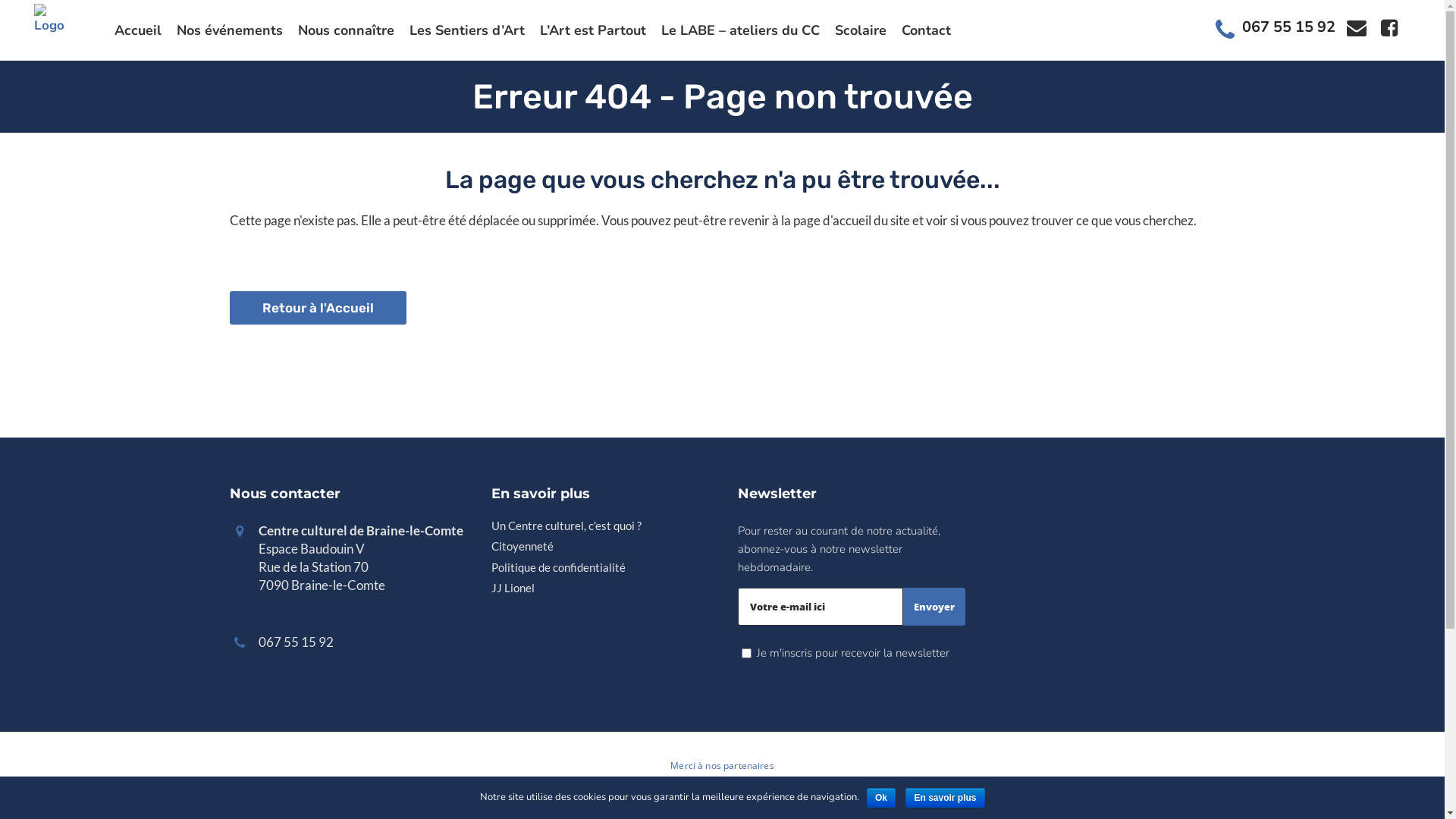  Describe the element at coordinates (944, 797) in the screenshot. I see `'En savoir plus'` at that location.